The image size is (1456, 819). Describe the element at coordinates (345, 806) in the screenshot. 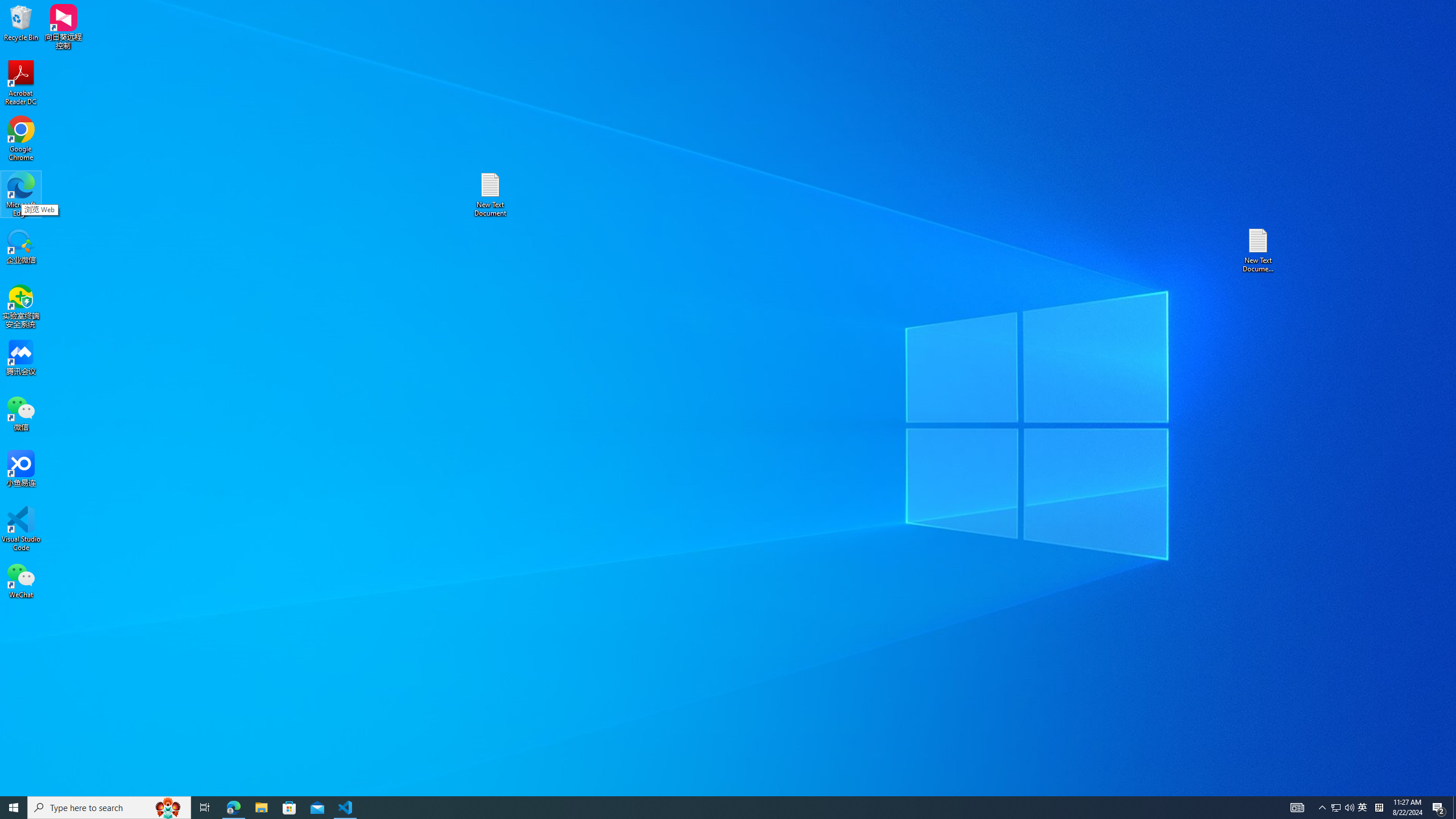

I see `'Visual Studio Code - 1 running window'` at that location.